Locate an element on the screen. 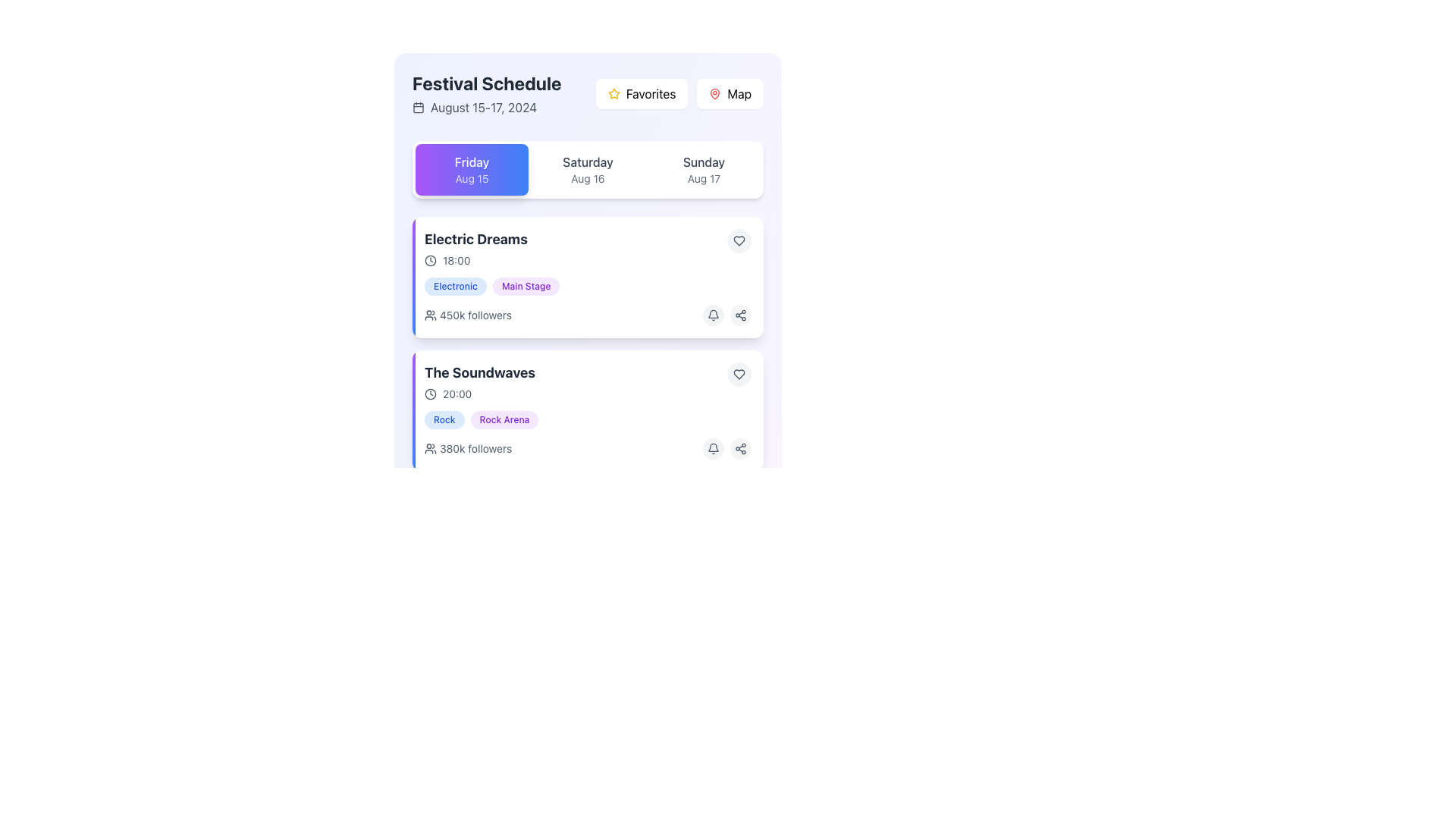 Image resolution: width=1456 pixels, height=819 pixels. the circular element of the clock icon representing the analog clock face, which is associated with the time '18:00' next to 'Electric Dreams' is located at coordinates (429, 259).